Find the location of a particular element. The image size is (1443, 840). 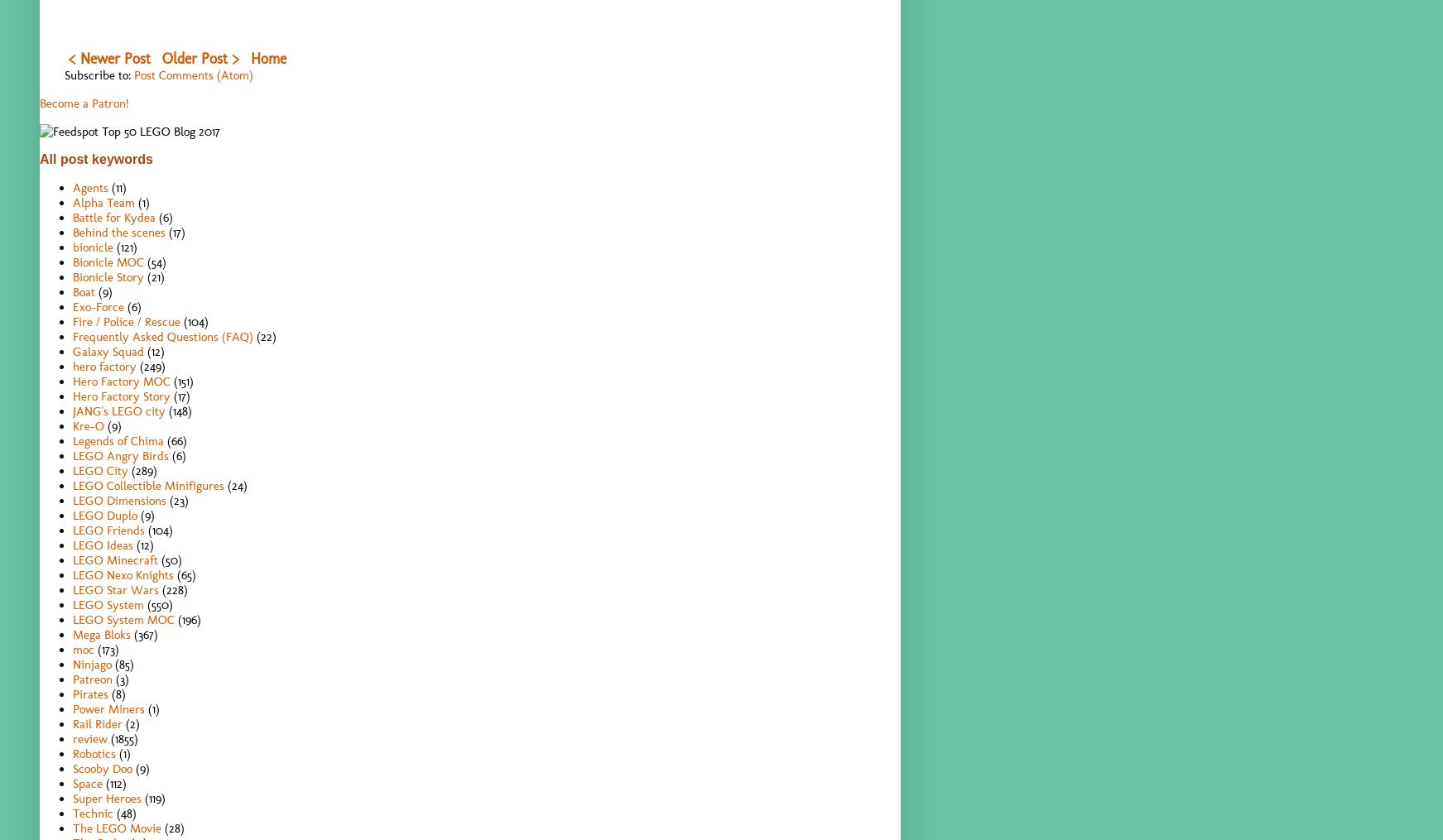

'Frequently Asked Questions (FAQ)' is located at coordinates (162, 336).